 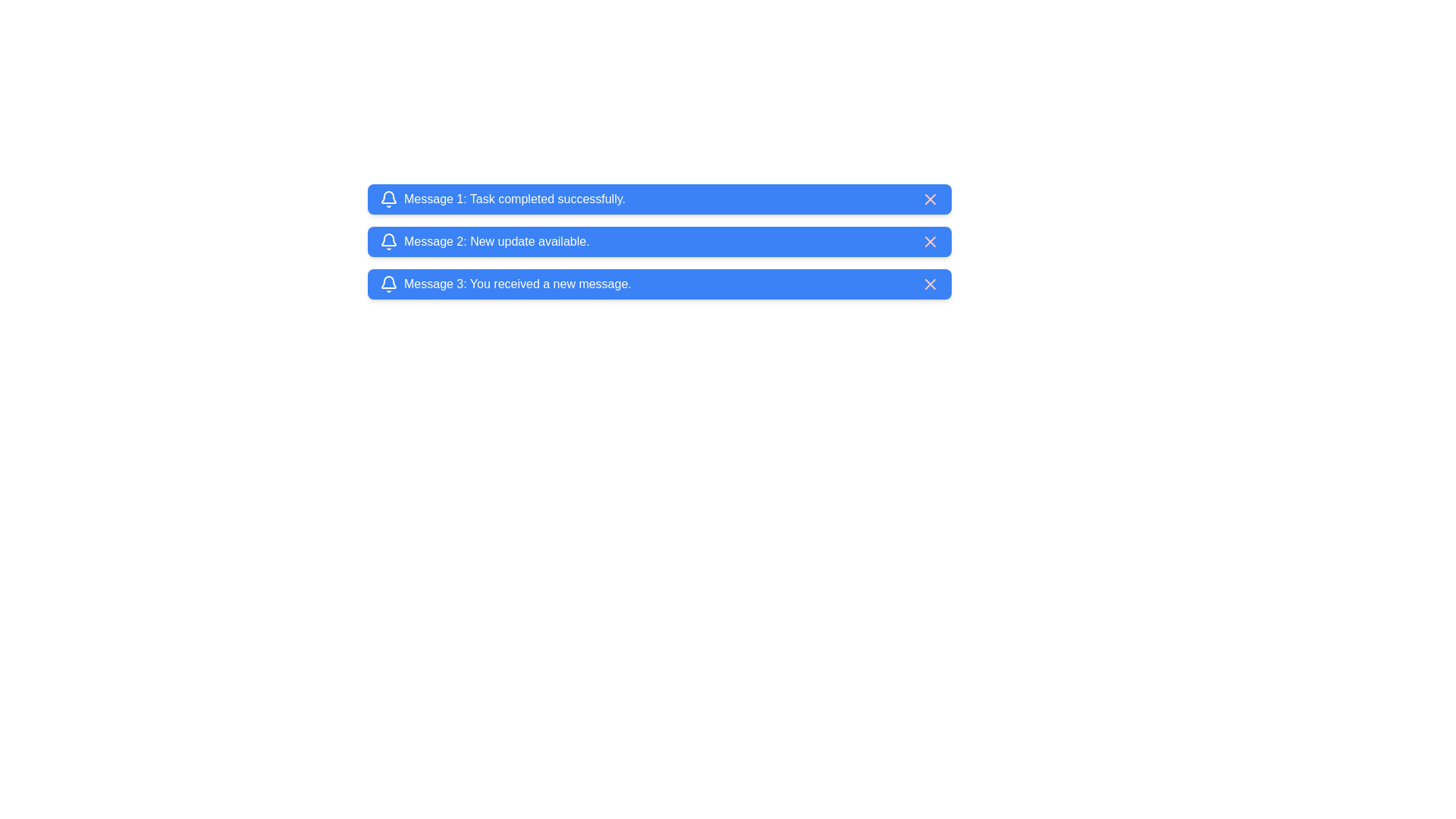 What do you see at coordinates (930, 241) in the screenshot?
I see `the close button represented by a white diagonal cross-line (X) on the blue background of the second notification banner` at bounding box center [930, 241].